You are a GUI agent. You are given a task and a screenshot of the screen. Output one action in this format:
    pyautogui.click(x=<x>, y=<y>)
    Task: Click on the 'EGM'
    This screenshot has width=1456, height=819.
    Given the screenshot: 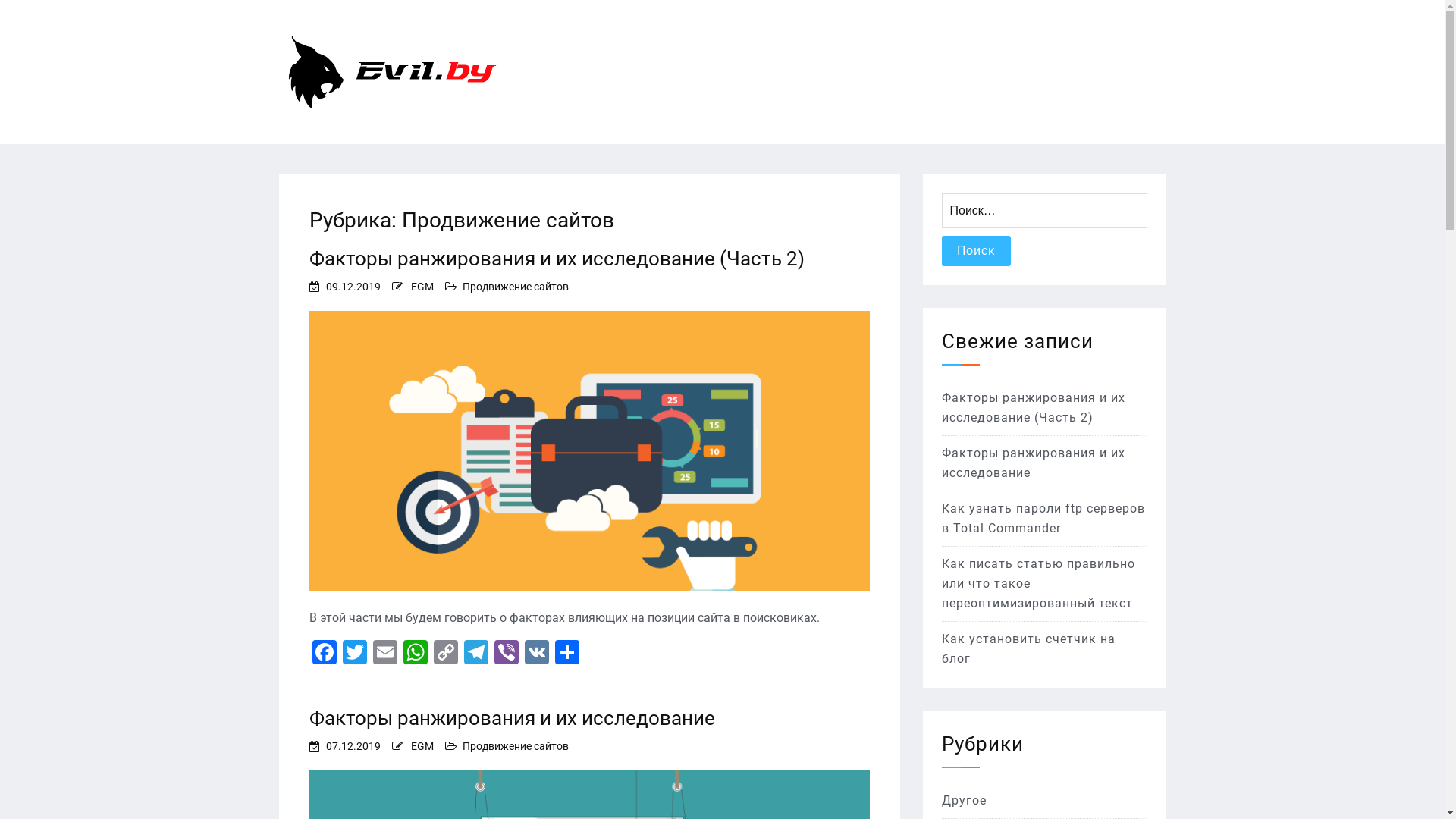 What is the action you would take?
    pyautogui.click(x=422, y=287)
    